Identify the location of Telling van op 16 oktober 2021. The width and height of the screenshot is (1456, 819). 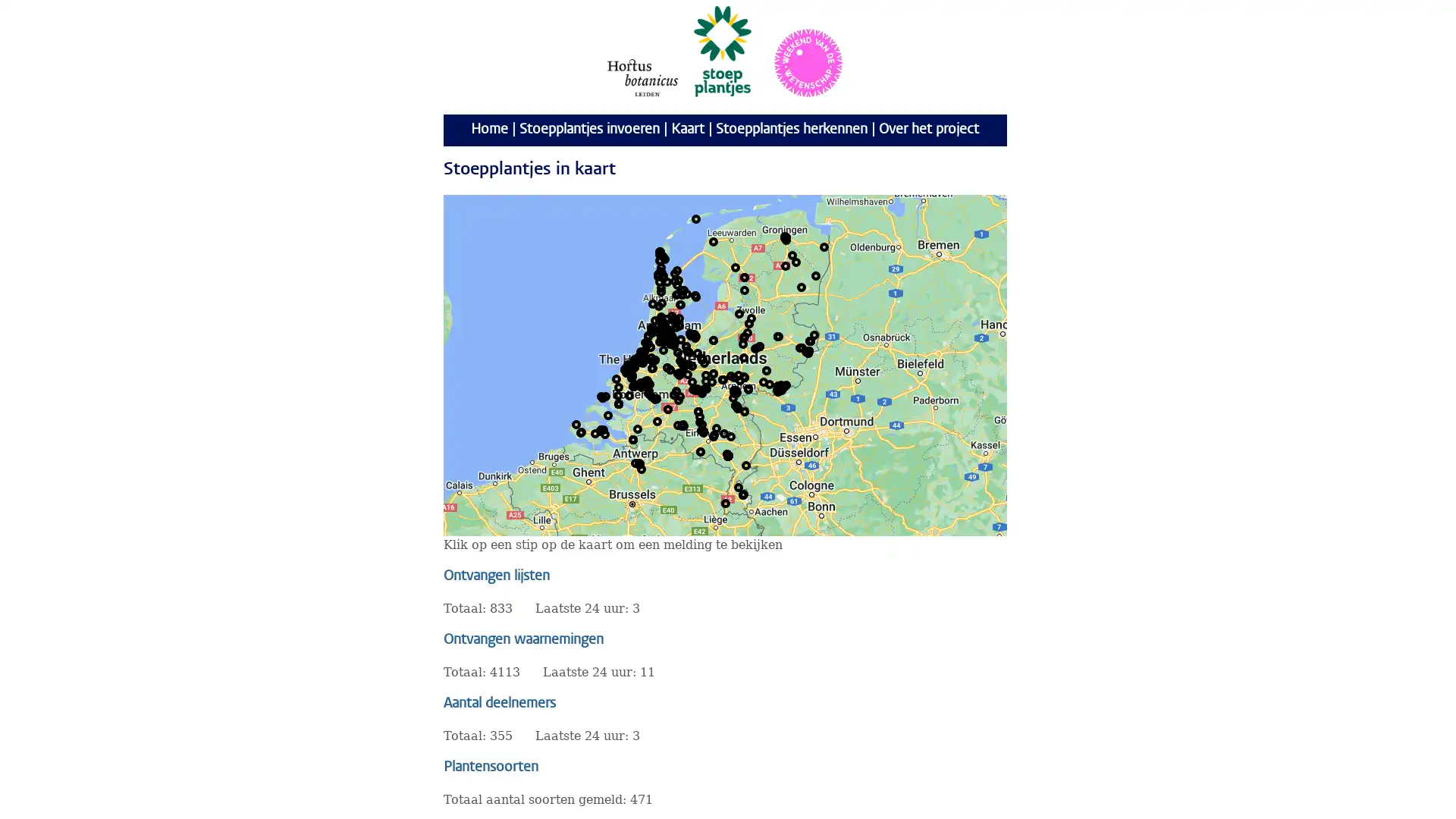
(672, 335).